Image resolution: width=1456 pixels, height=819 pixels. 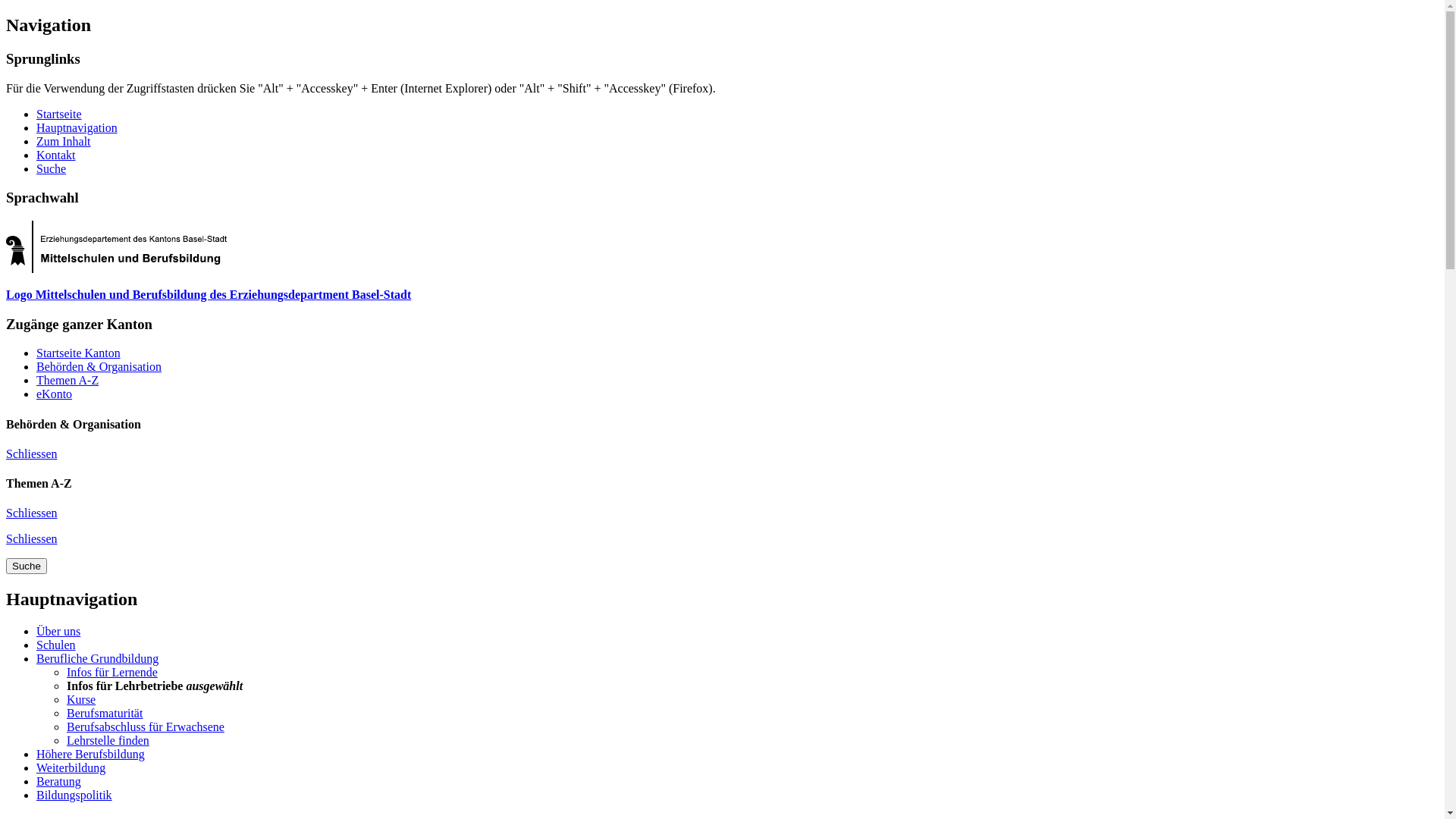 I want to click on 'Schliessen', so click(x=6, y=538).